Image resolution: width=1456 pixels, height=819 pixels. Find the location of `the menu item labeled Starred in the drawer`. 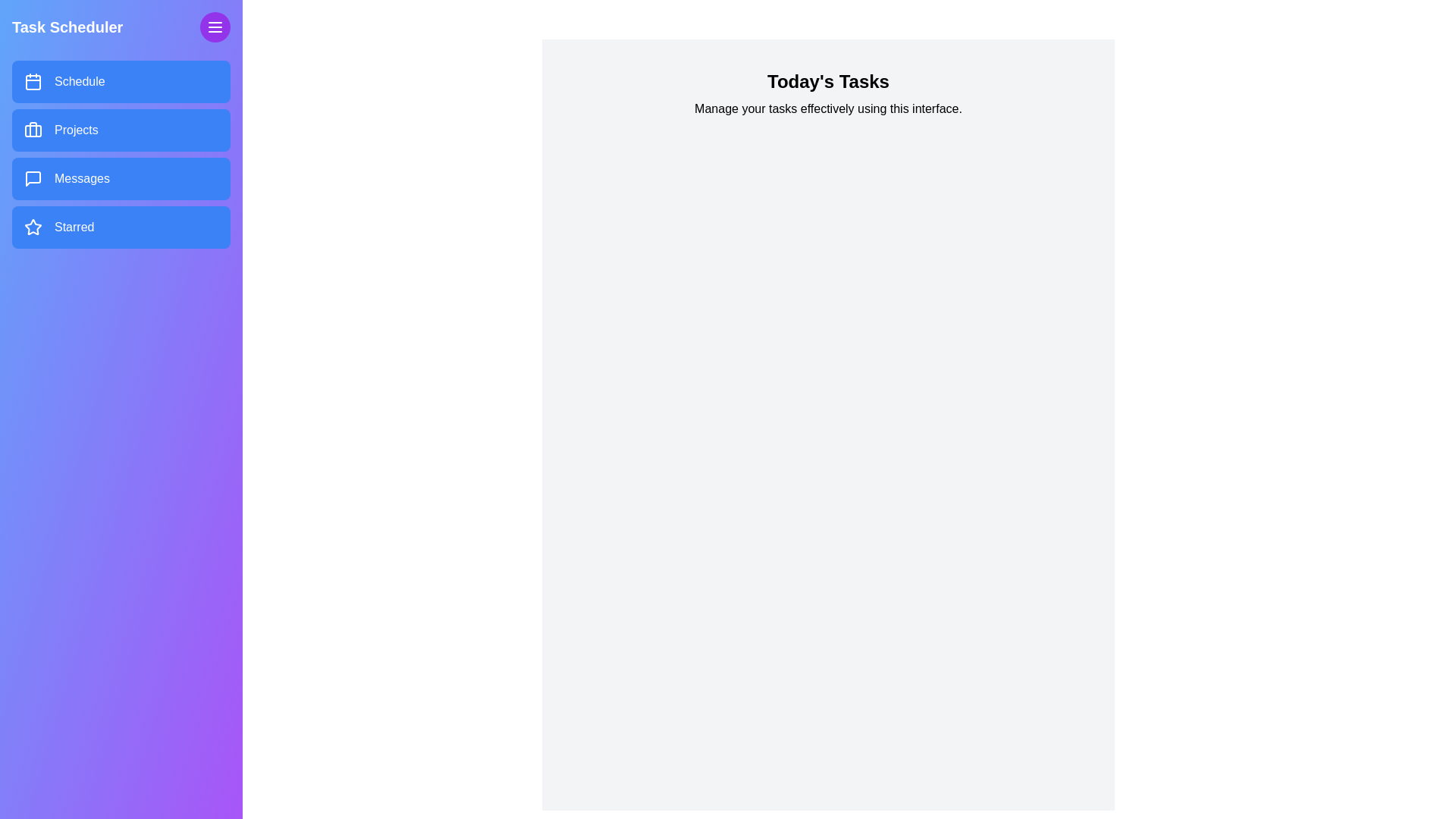

the menu item labeled Starred in the drawer is located at coordinates (120, 227).